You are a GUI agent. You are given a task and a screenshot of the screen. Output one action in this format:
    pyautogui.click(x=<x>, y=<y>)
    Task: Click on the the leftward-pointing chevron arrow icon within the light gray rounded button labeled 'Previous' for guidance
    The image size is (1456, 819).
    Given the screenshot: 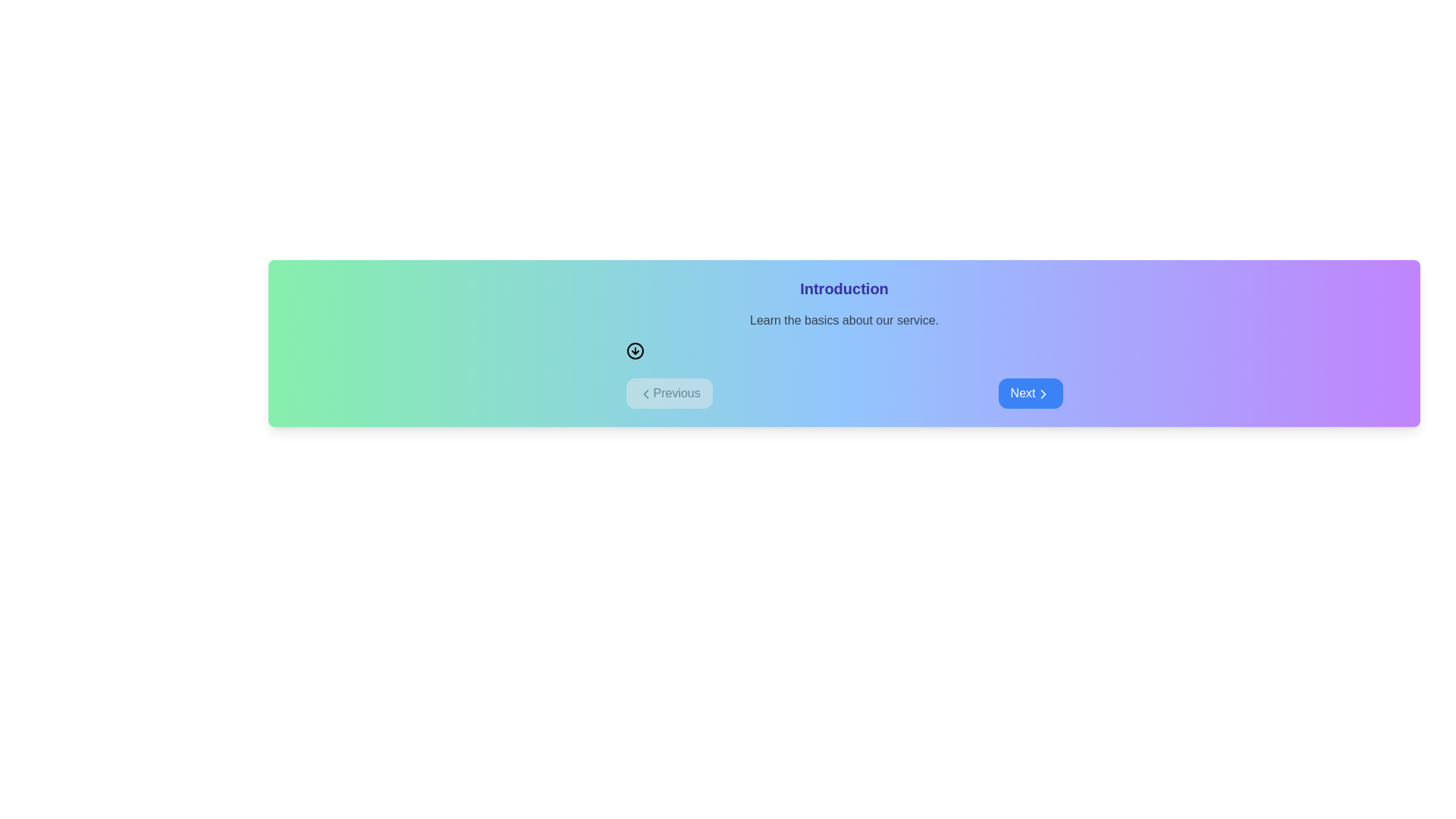 What is the action you would take?
    pyautogui.click(x=645, y=393)
    